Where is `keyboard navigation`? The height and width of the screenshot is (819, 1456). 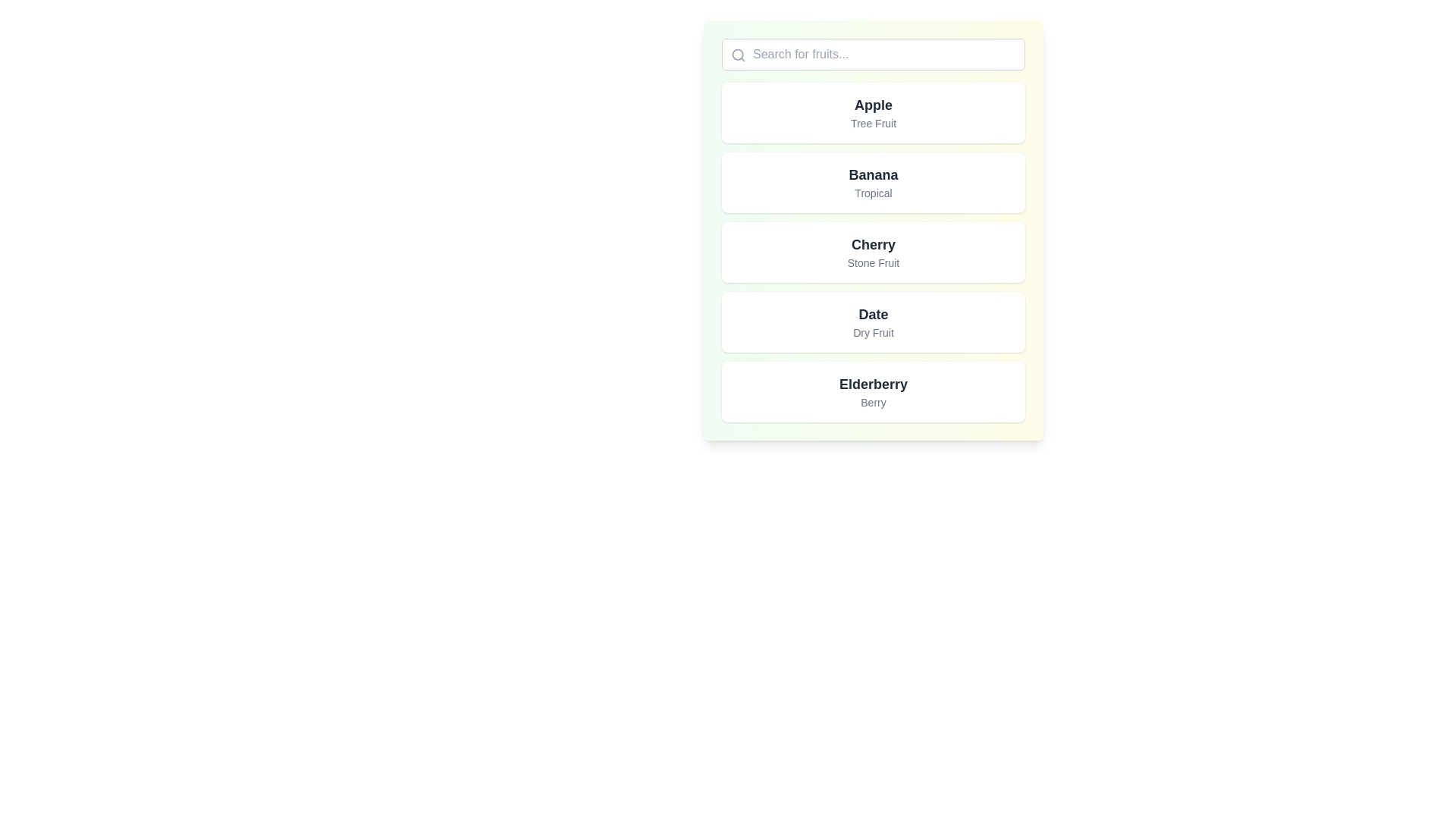
keyboard navigation is located at coordinates (874, 112).